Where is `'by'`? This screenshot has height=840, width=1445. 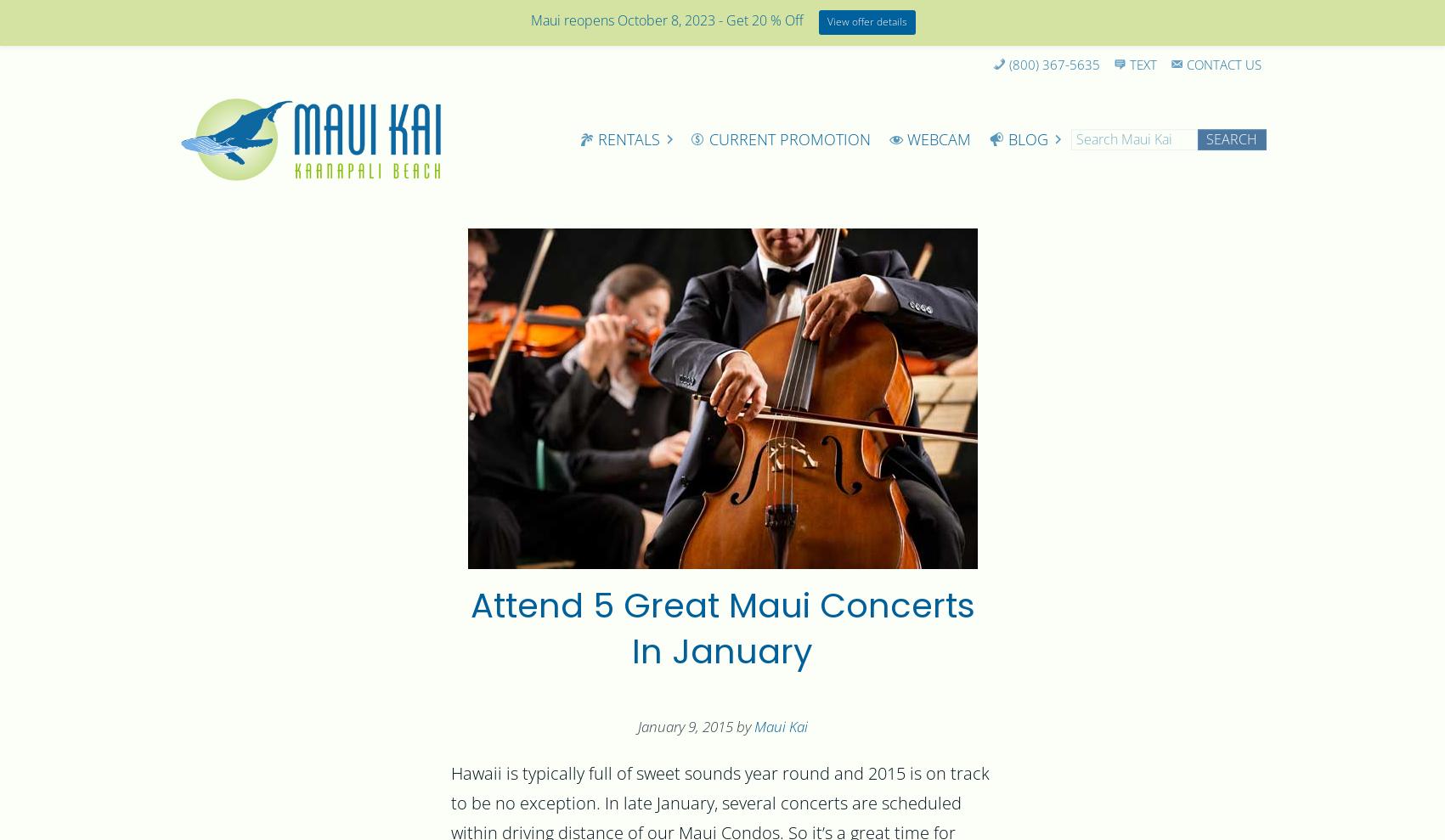
'by' is located at coordinates (731, 729).